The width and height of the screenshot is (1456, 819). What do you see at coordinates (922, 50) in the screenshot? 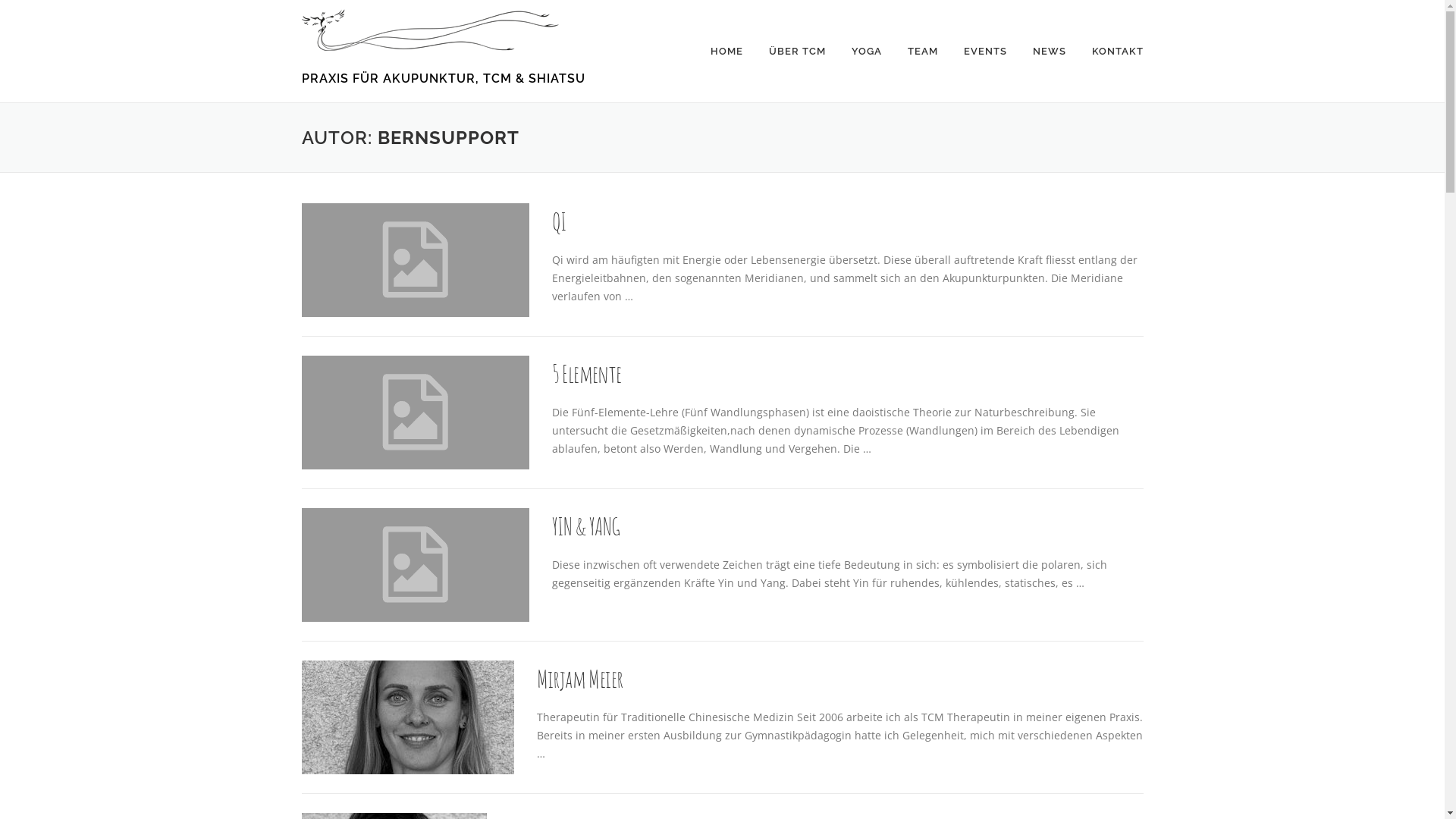
I see `'TEAM'` at bounding box center [922, 50].